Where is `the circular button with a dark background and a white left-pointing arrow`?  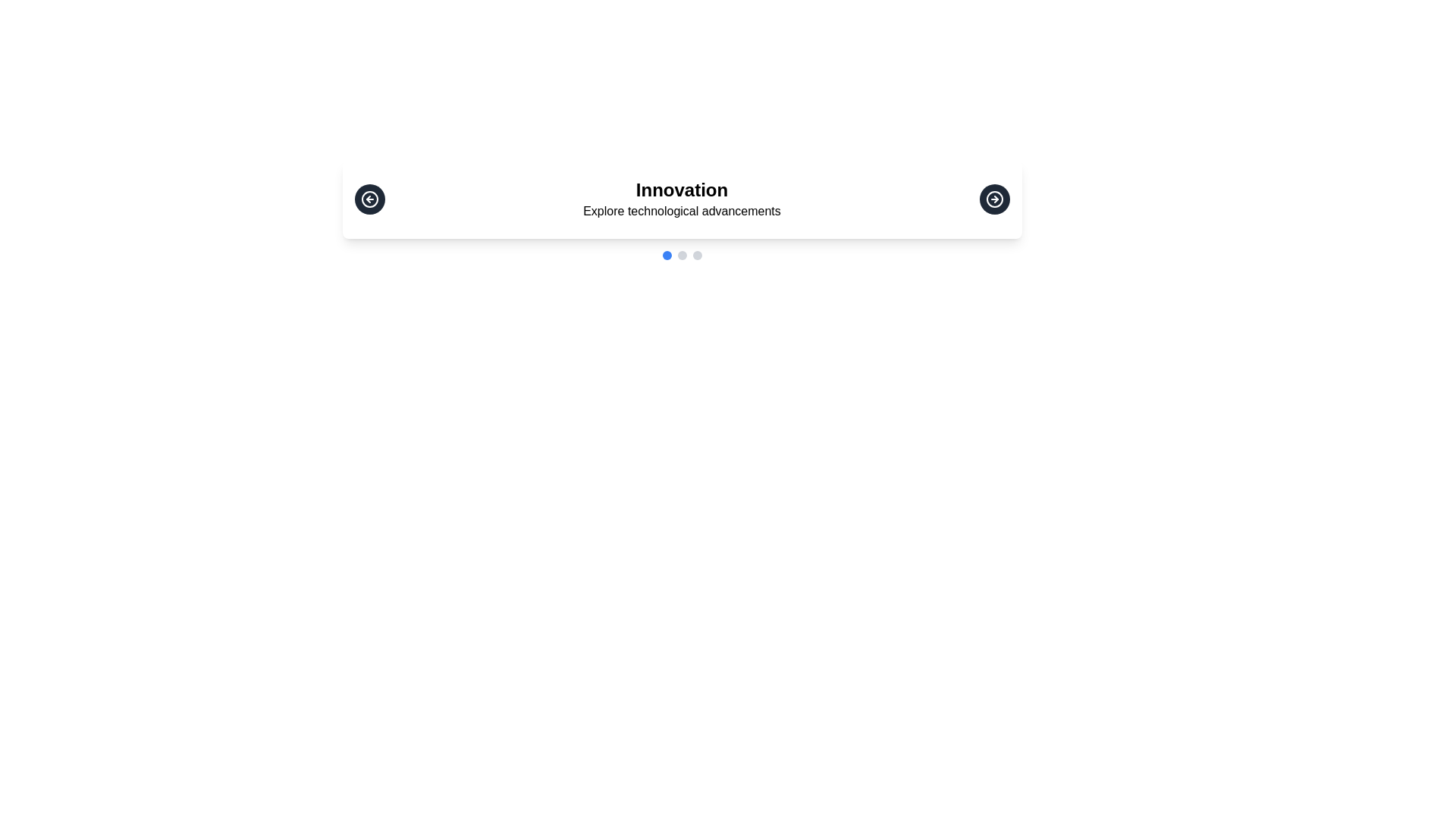 the circular button with a dark background and a white left-pointing arrow is located at coordinates (369, 198).